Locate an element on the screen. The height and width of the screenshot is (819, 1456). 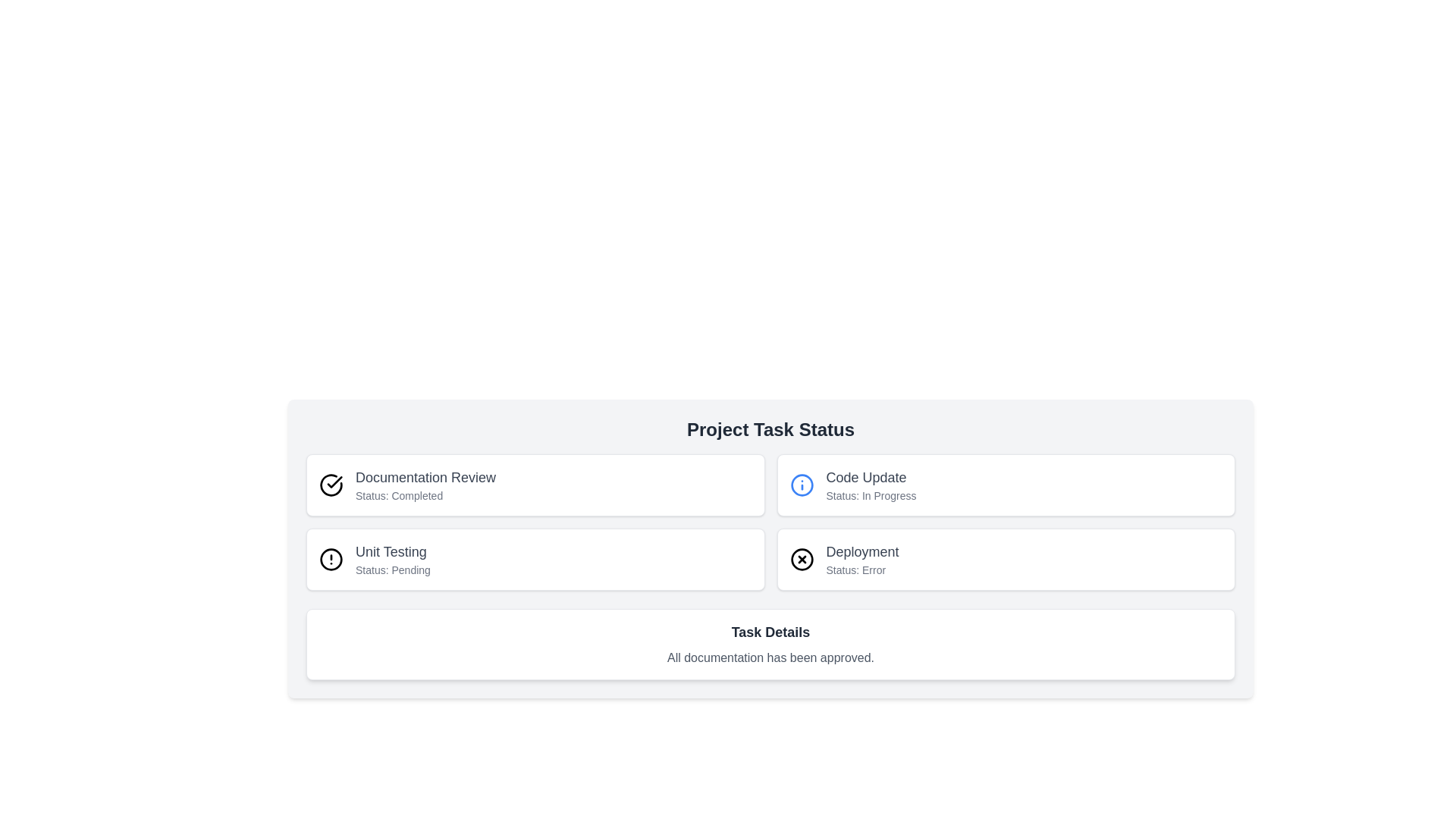
the informational text label that denotes the current status of the 'Unit Testing' task, located directly below the 'Unit Testing' title in the 'Project Task Status' layout is located at coordinates (393, 570).